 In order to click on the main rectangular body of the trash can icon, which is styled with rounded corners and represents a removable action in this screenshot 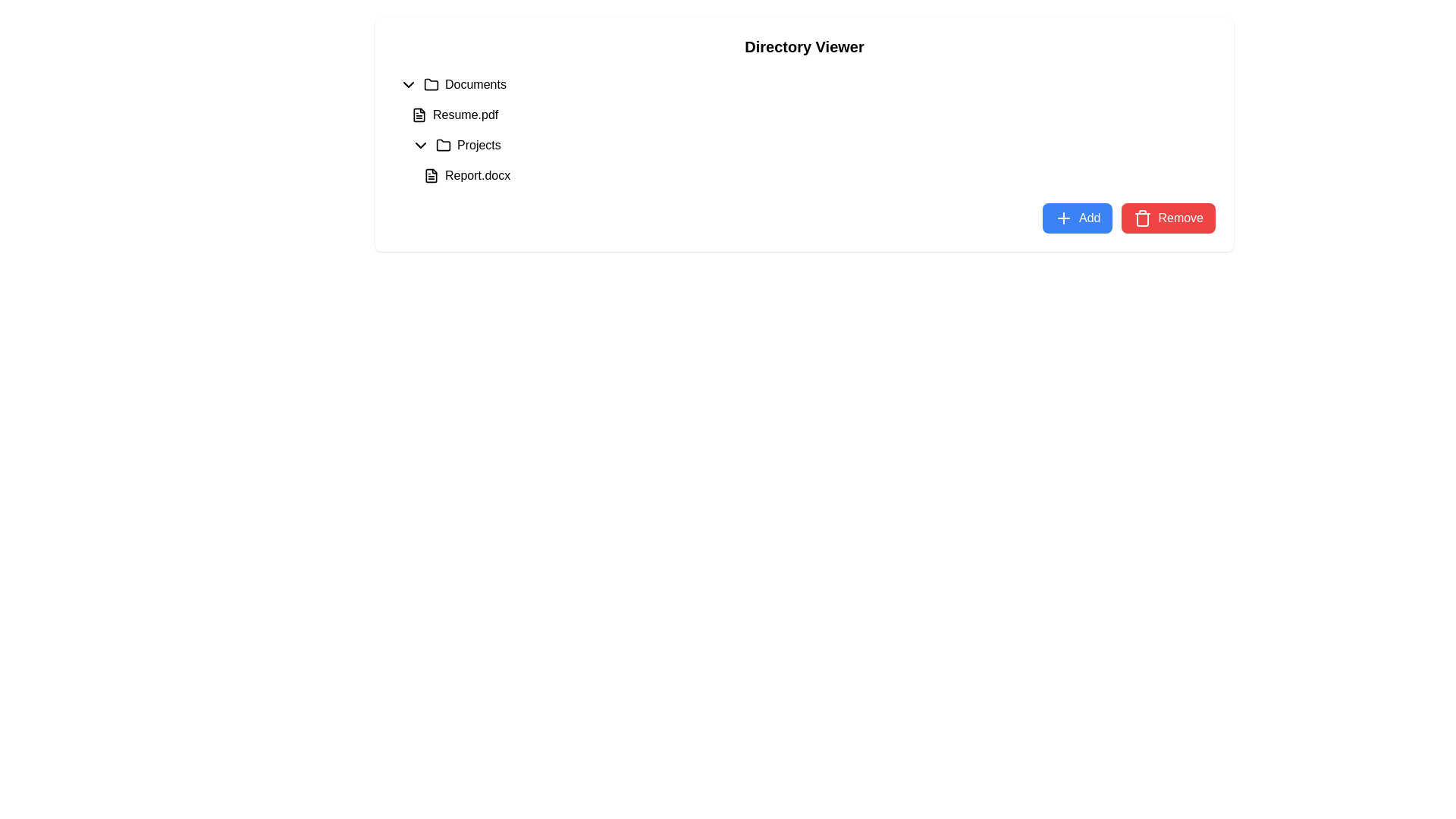, I will do `click(1143, 219)`.